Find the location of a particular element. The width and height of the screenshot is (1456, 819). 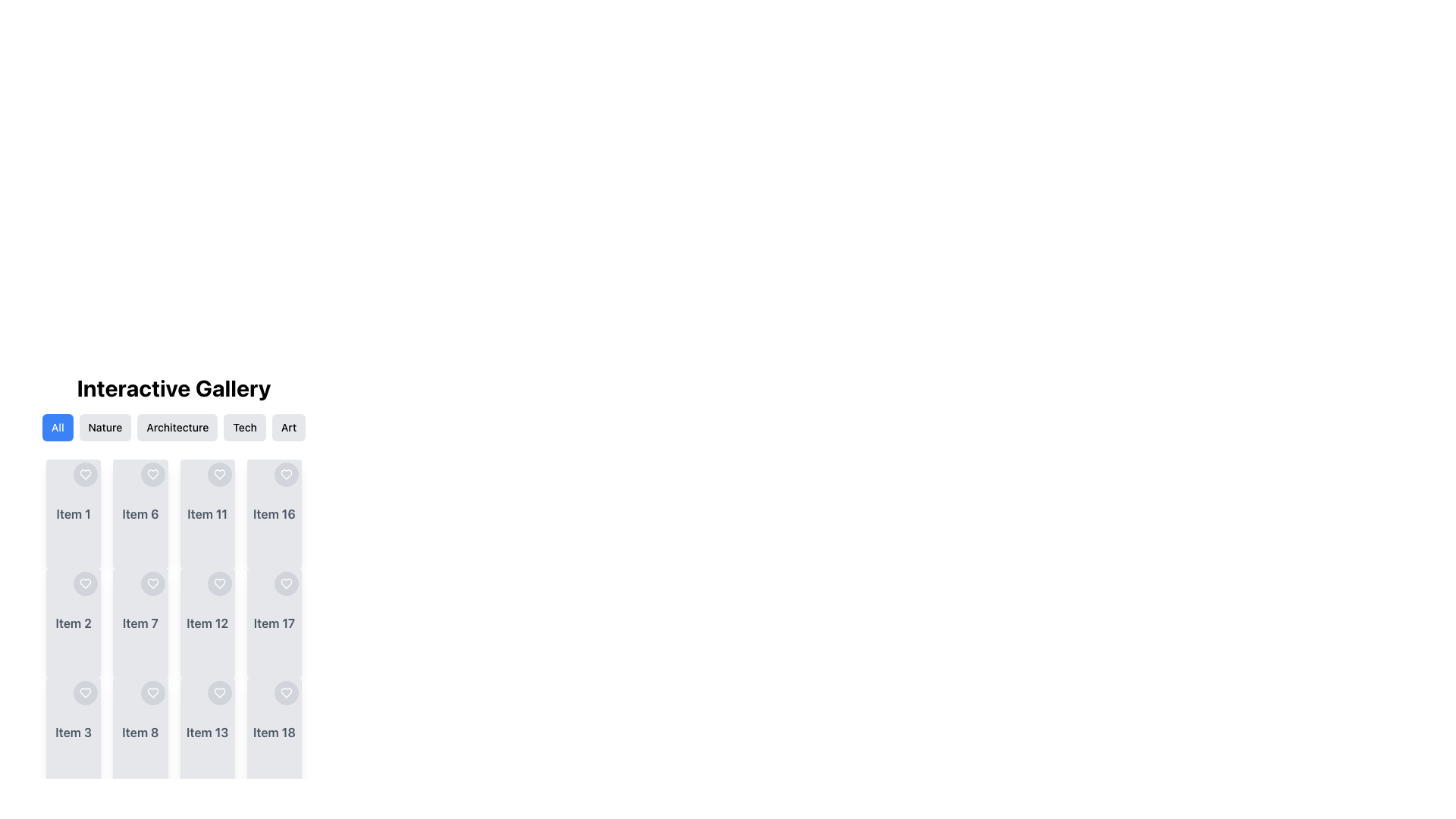

the Text label in the fourth column, third row of the grid under 'Interactive Gallery', which is centered in a light gray rectangular card is located at coordinates (274, 623).